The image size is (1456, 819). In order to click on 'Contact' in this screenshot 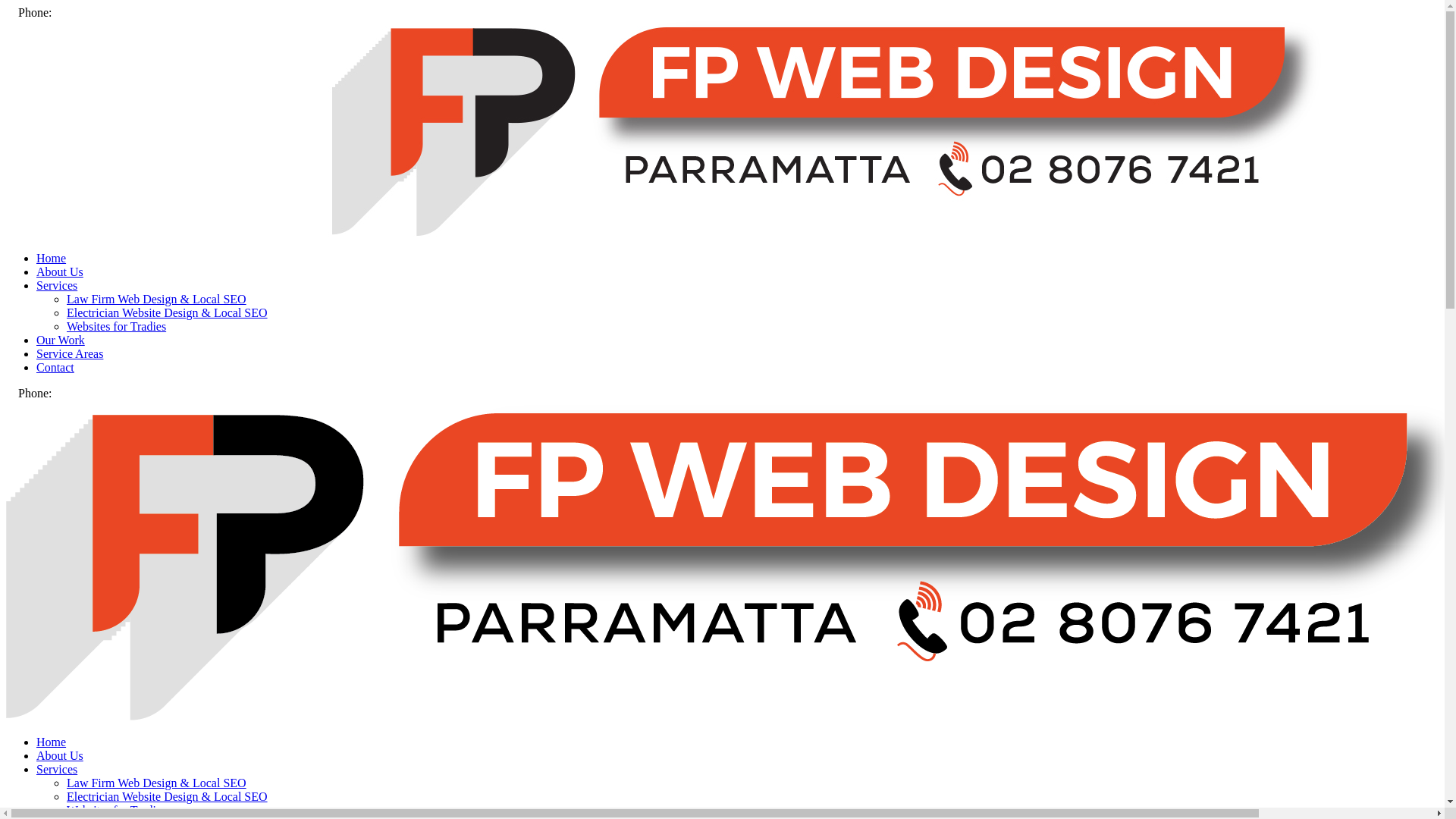, I will do `click(55, 367)`.